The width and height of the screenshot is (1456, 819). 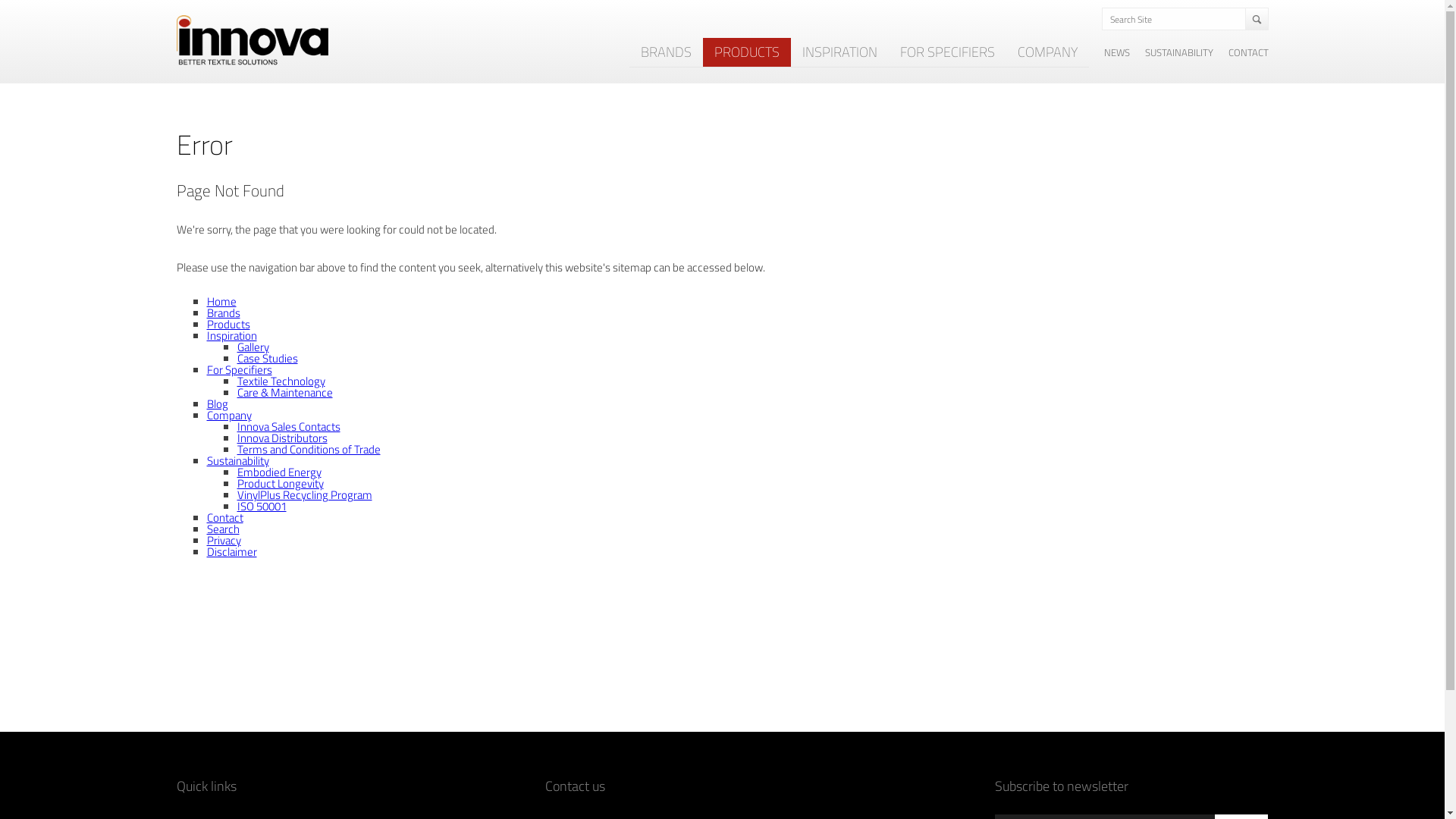 I want to click on 'PRODUCTS', so click(x=745, y=52).